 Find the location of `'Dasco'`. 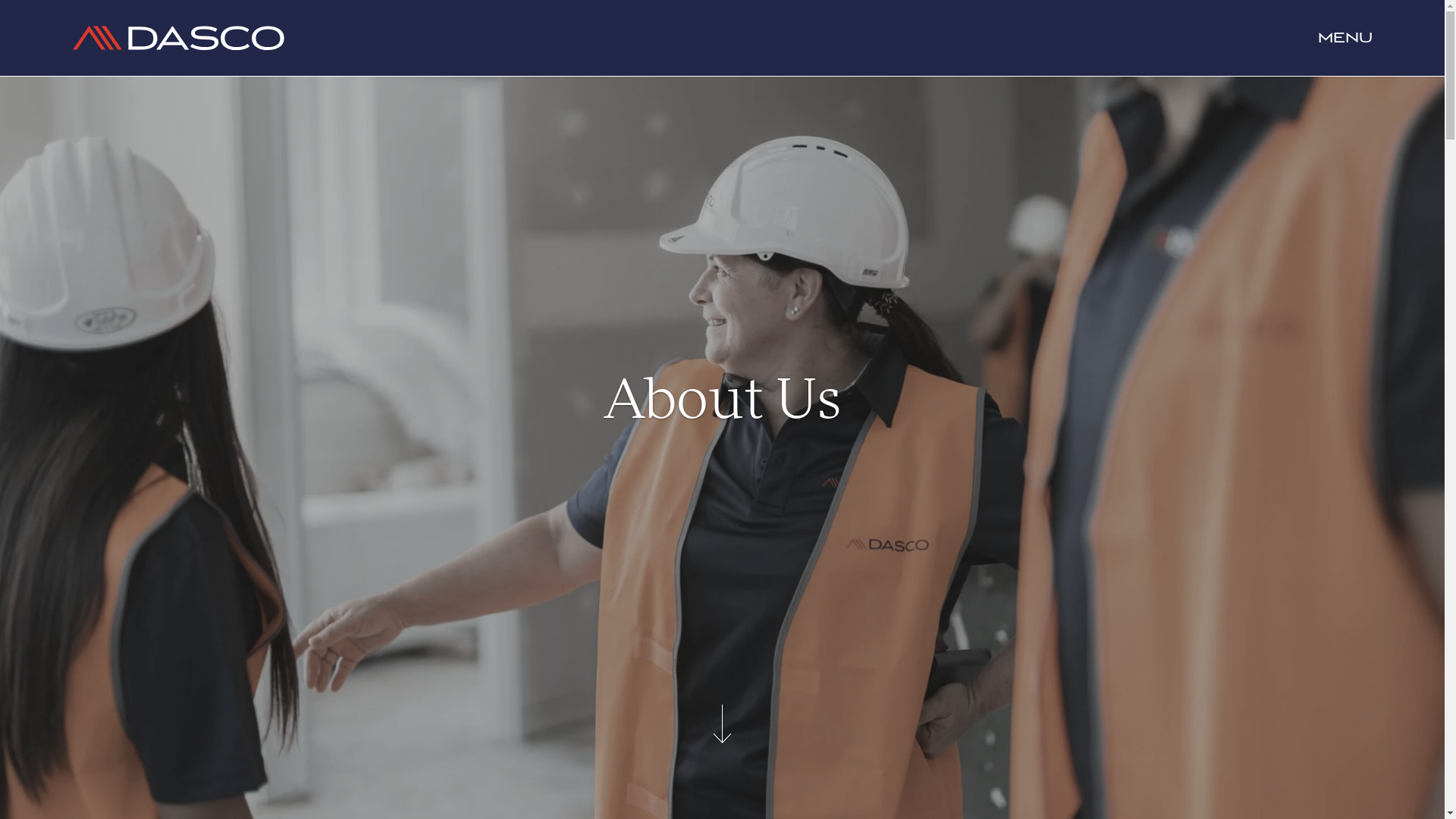

'Dasco' is located at coordinates (71, 37).